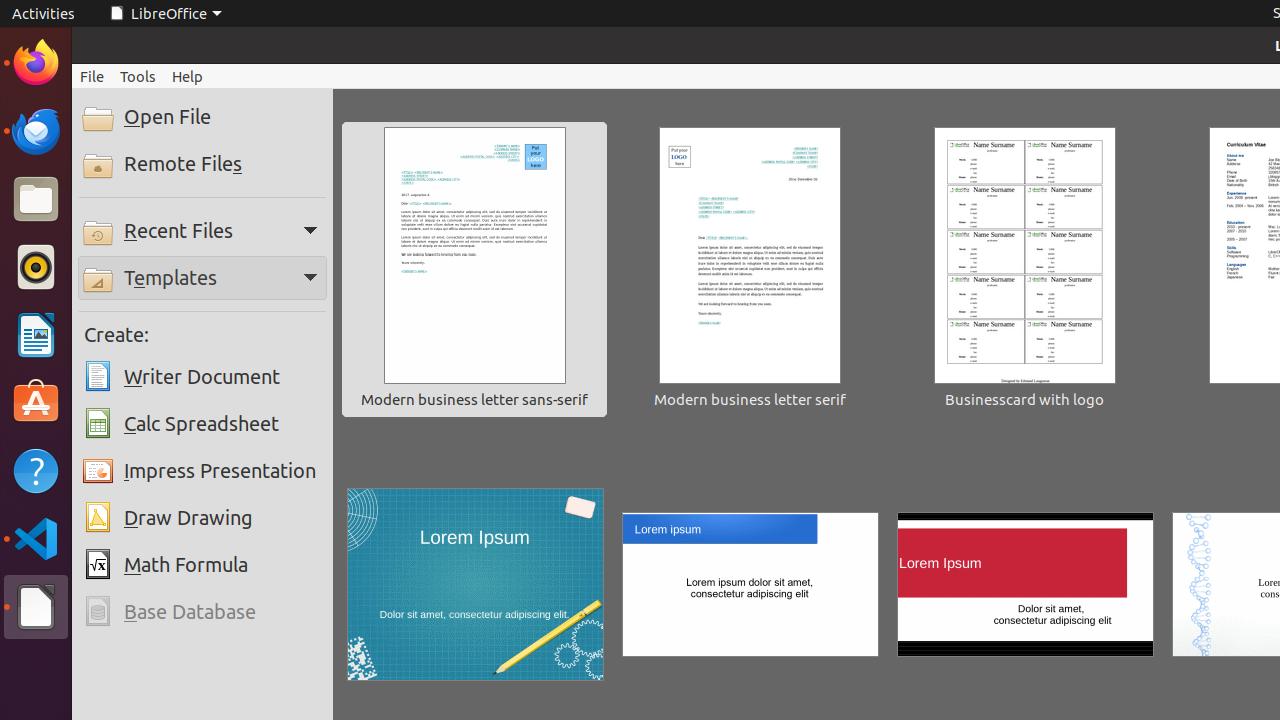 The height and width of the screenshot is (720, 1280). What do you see at coordinates (202, 611) in the screenshot?
I see `'Base Database'` at bounding box center [202, 611].